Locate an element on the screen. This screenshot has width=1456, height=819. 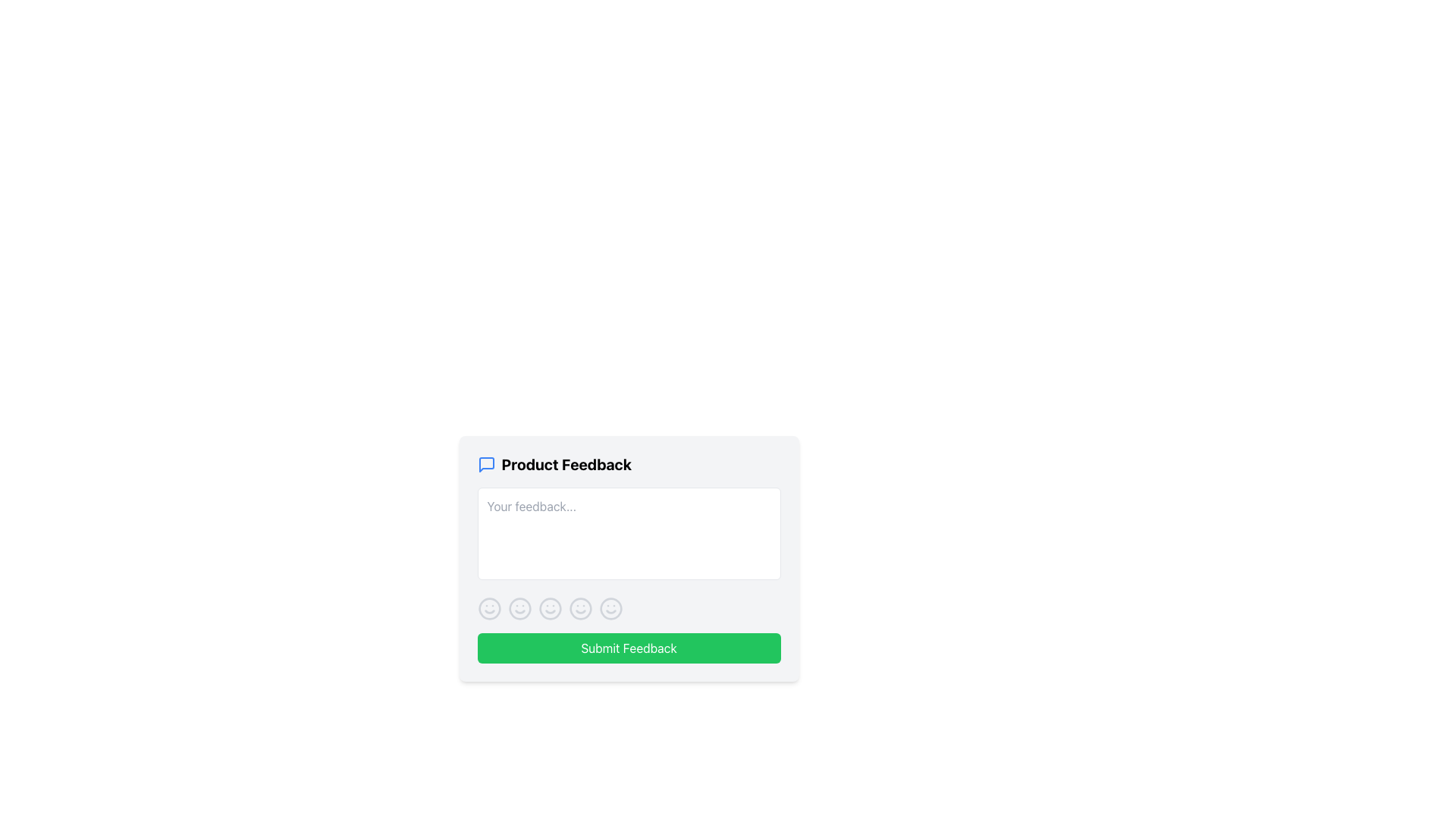
the second icon button in the horizontal row below the 'Product Feedback' text area, which represents a neutral or content reaction is located at coordinates (519, 607).